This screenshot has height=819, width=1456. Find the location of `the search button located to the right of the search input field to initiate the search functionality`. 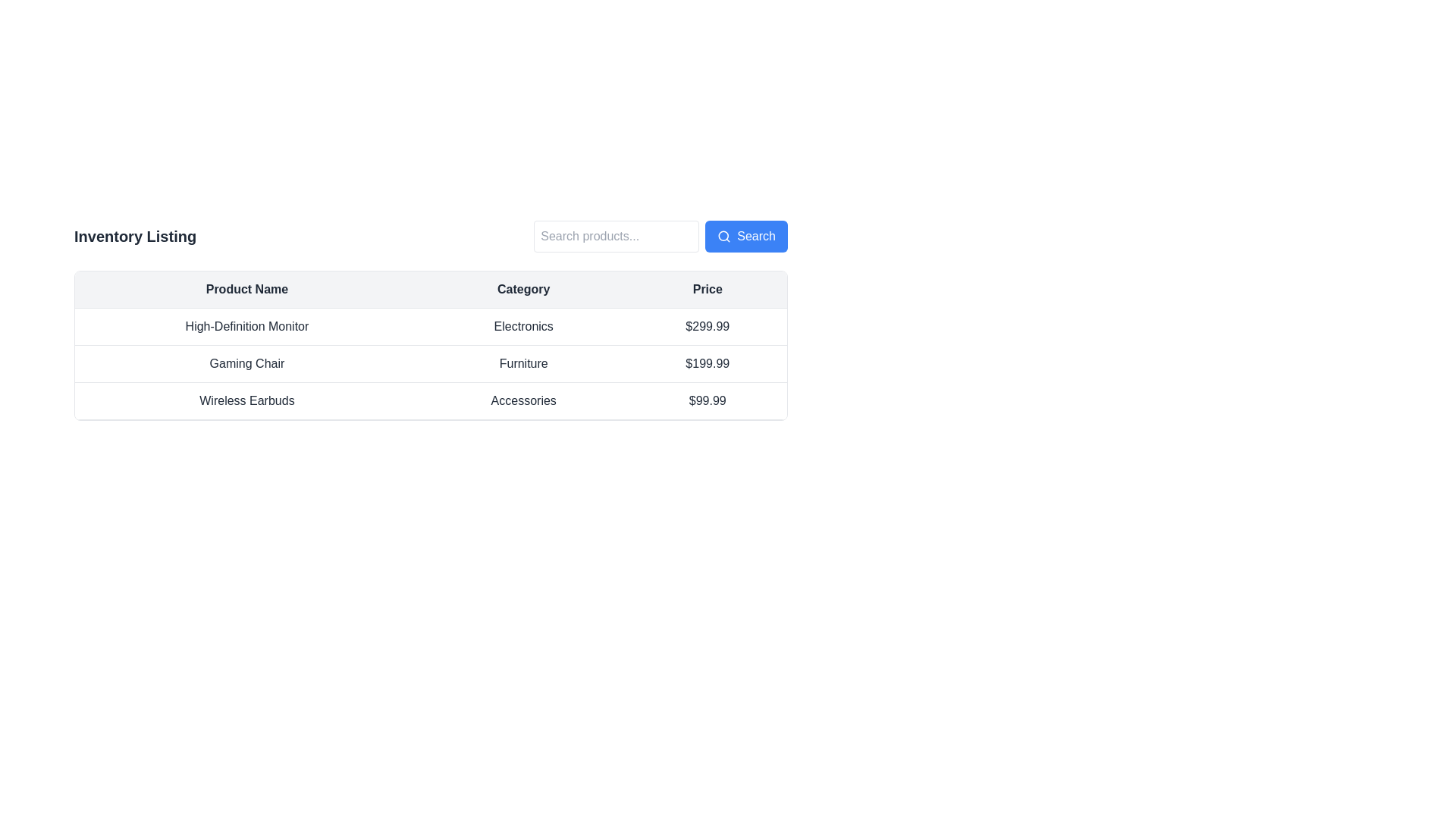

the search button located to the right of the search input field to initiate the search functionality is located at coordinates (746, 237).